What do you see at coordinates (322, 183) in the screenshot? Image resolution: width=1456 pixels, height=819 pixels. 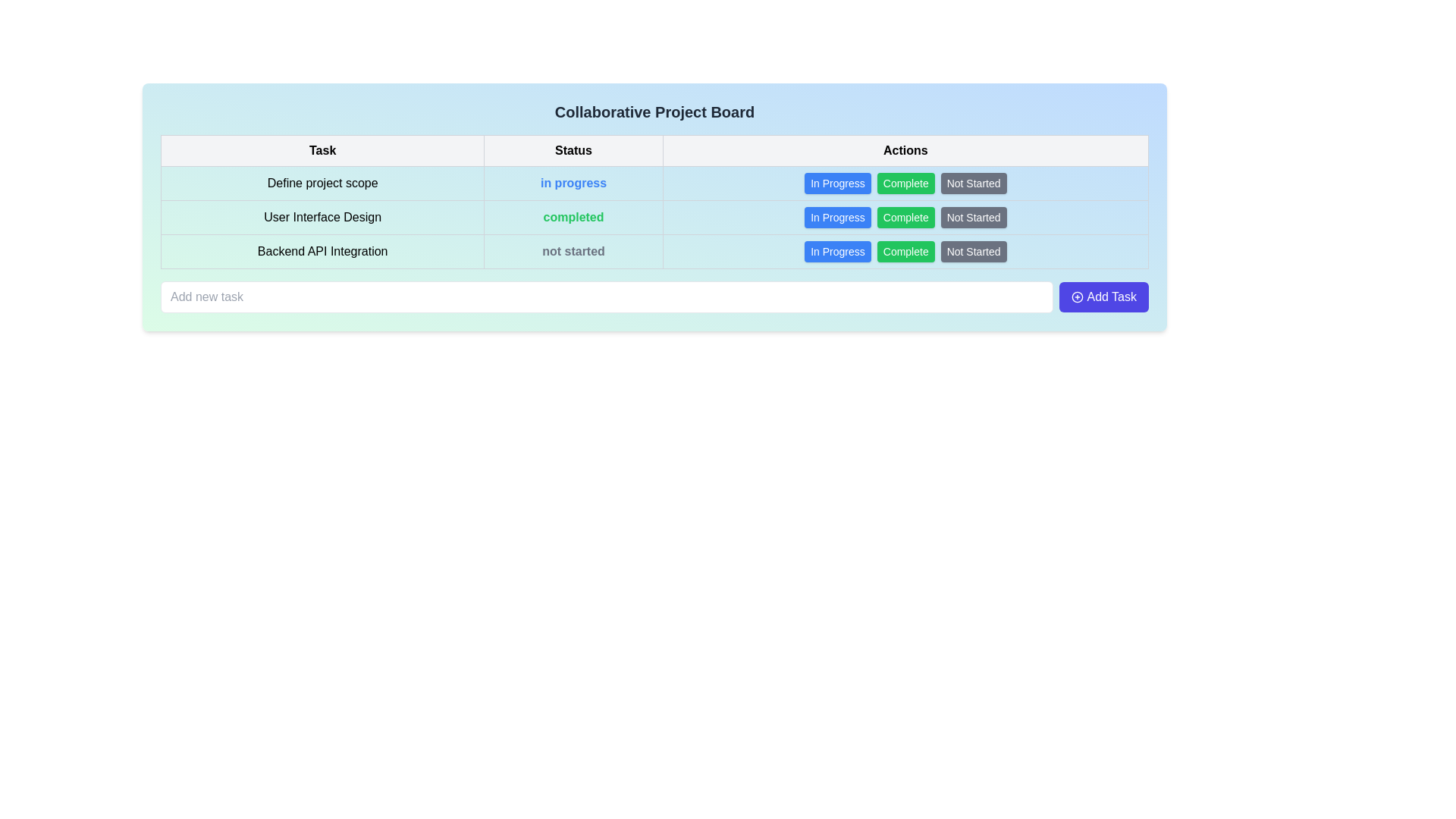 I see `text label displaying 'Define project scope' located in the first row under the 'Task' column of the 'Collaborative Project Board' table` at bounding box center [322, 183].